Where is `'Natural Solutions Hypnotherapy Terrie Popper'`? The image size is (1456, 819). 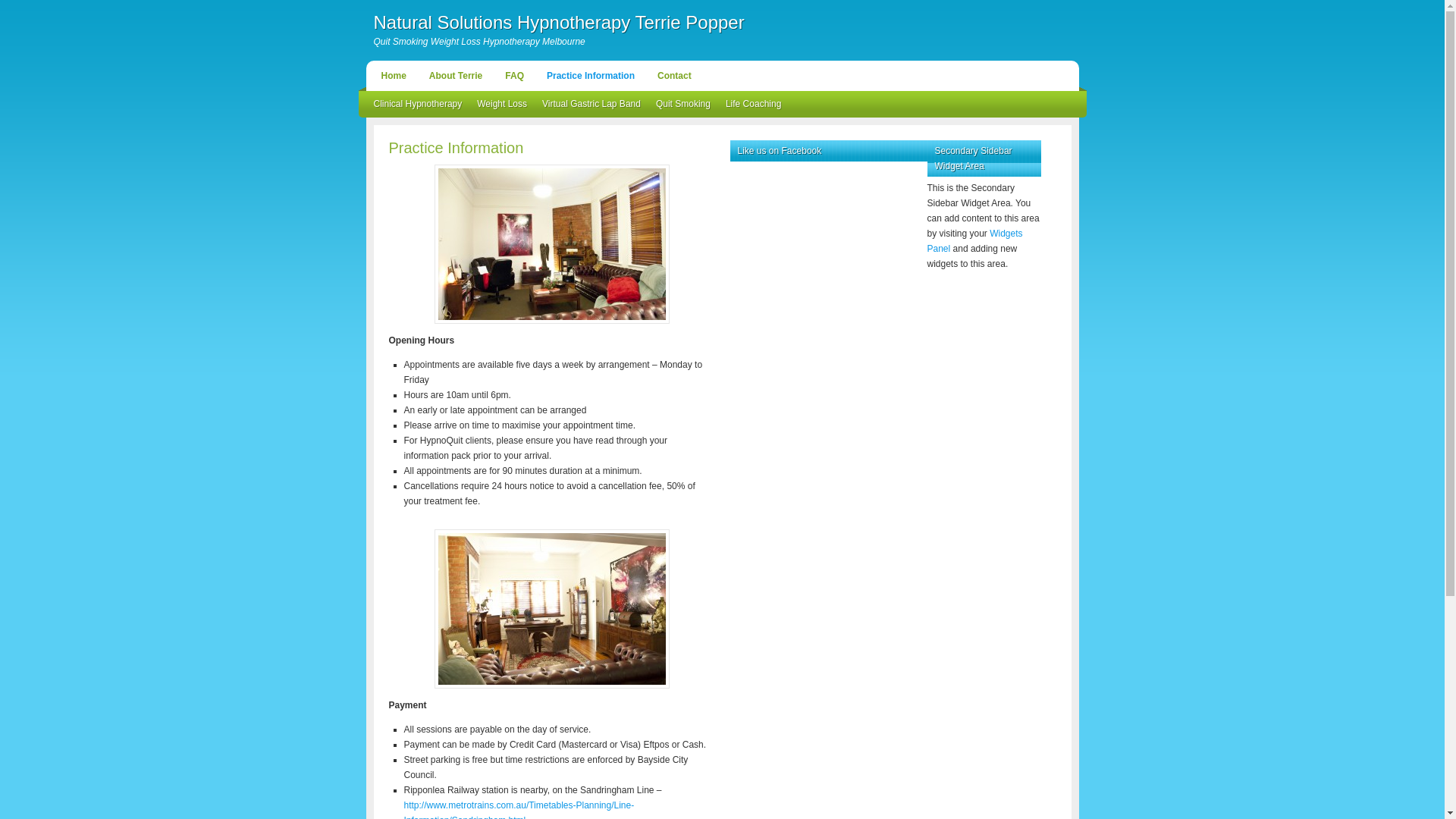 'Natural Solutions Hypnotherapy Terrie Popper' is located at coordinates (557, 22).